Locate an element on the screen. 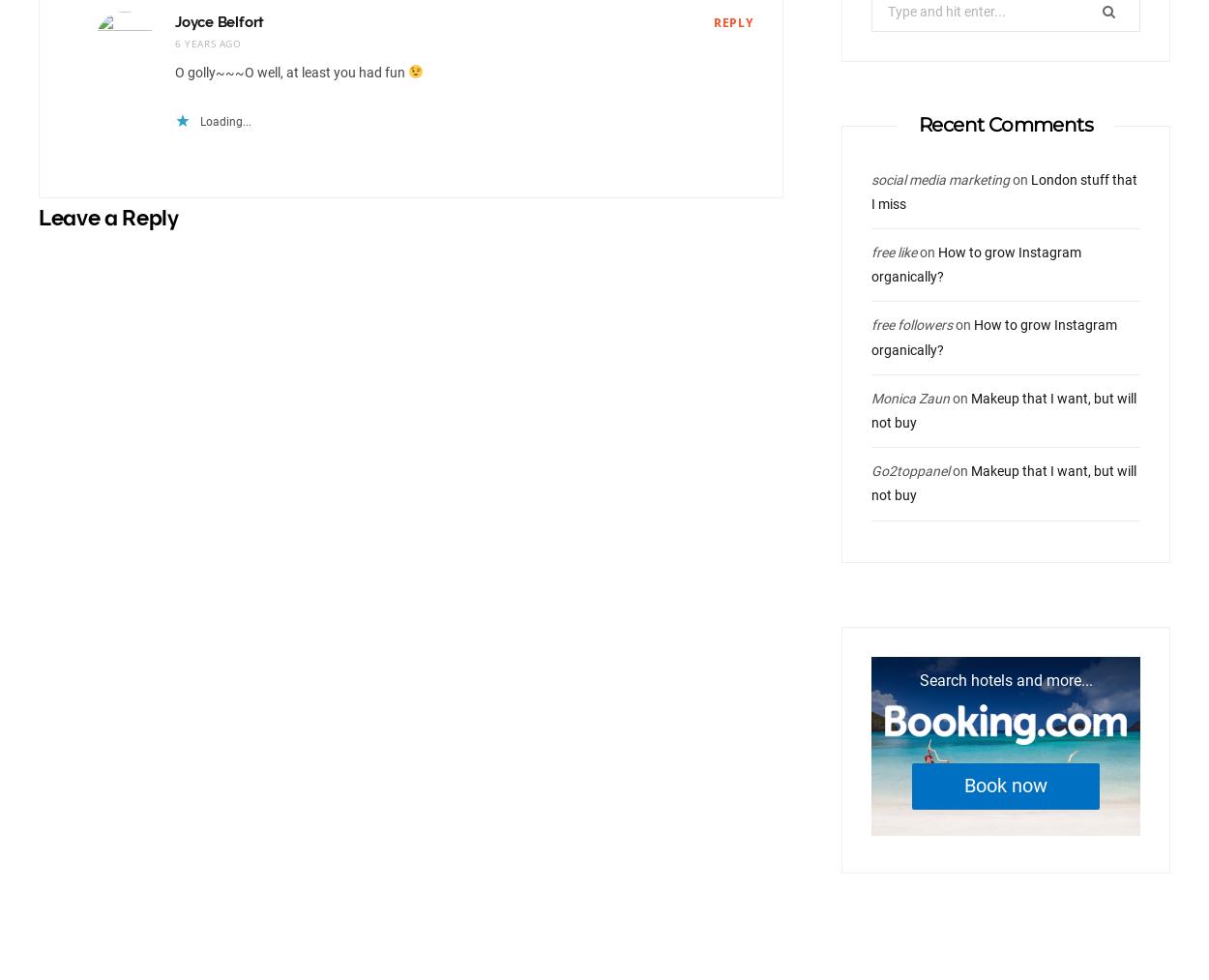 The image size is (1209, 980). '6 years ago' is located at coordinates (206, 41).